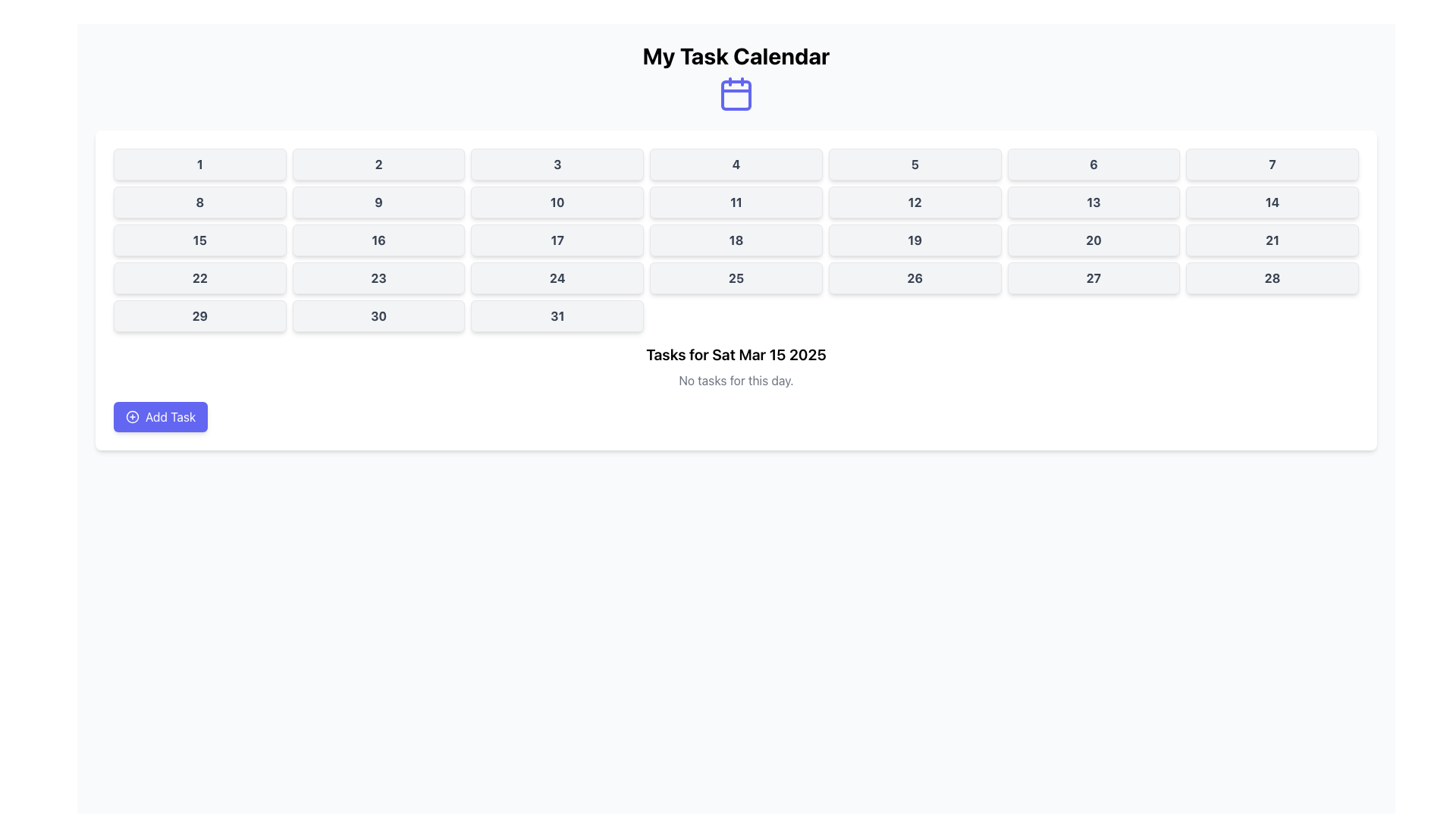 The image size is (1456, 819). What do you see at coordinates (914, 201) in the screenshot?
I see `the rectangular button with a light gray background and bold dark gray text displaying the number '12'` at bounding box center [914, 201].